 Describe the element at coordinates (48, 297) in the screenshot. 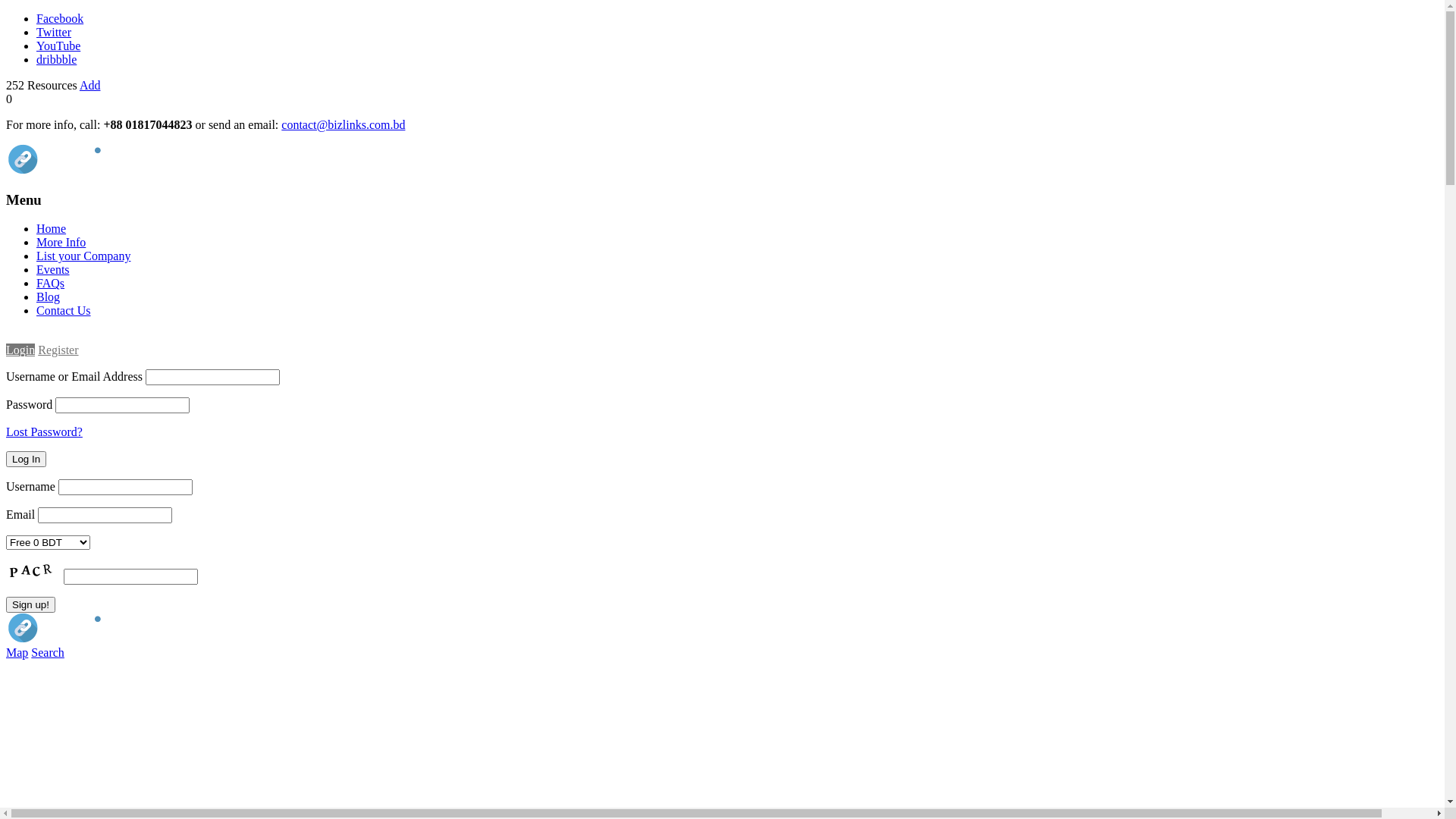

I see `'Blog'` at that location.